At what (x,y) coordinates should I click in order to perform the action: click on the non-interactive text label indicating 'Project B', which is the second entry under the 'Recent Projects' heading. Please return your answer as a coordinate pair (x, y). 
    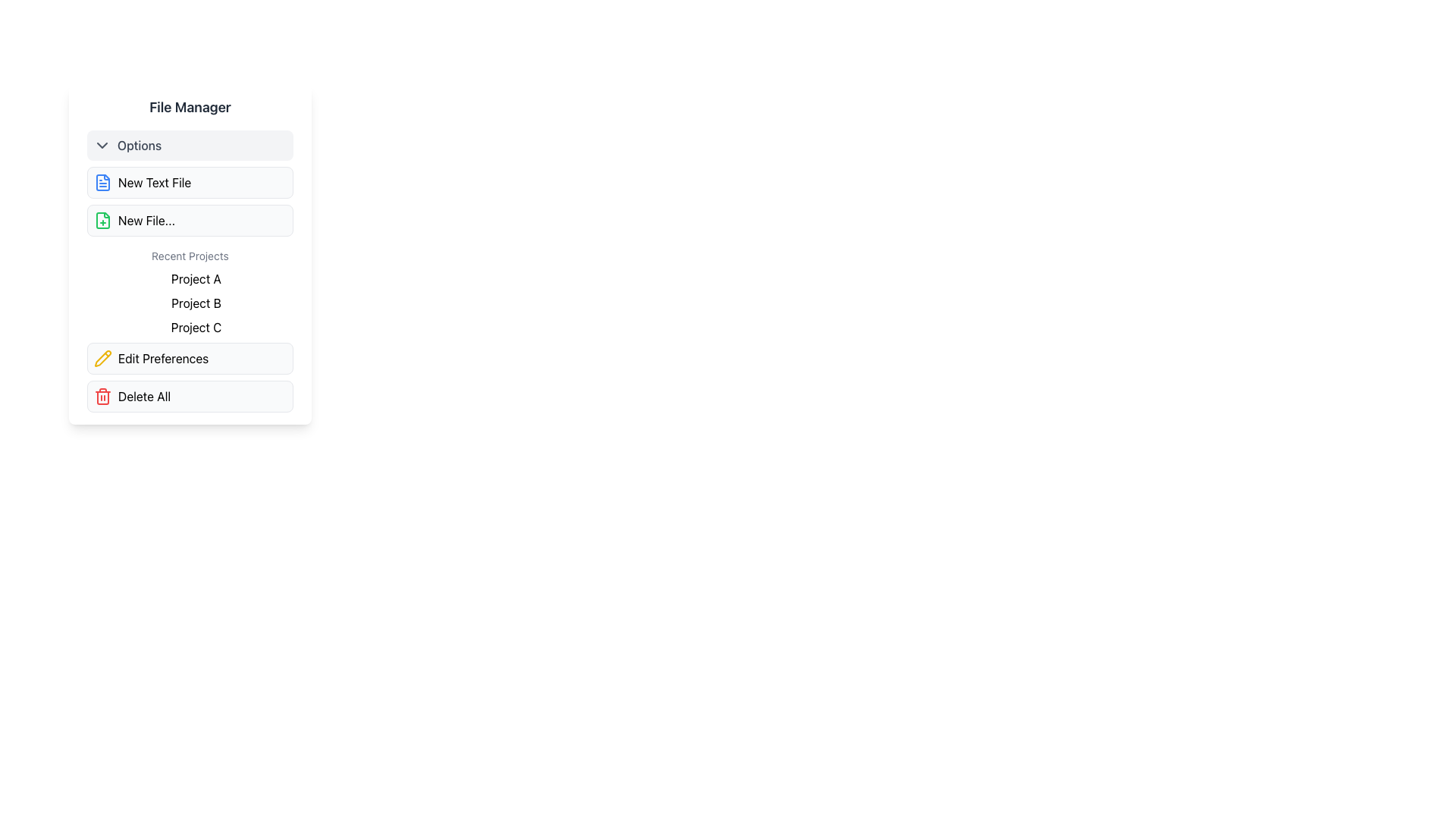
    Looking at the image, I should click on (189, 303).